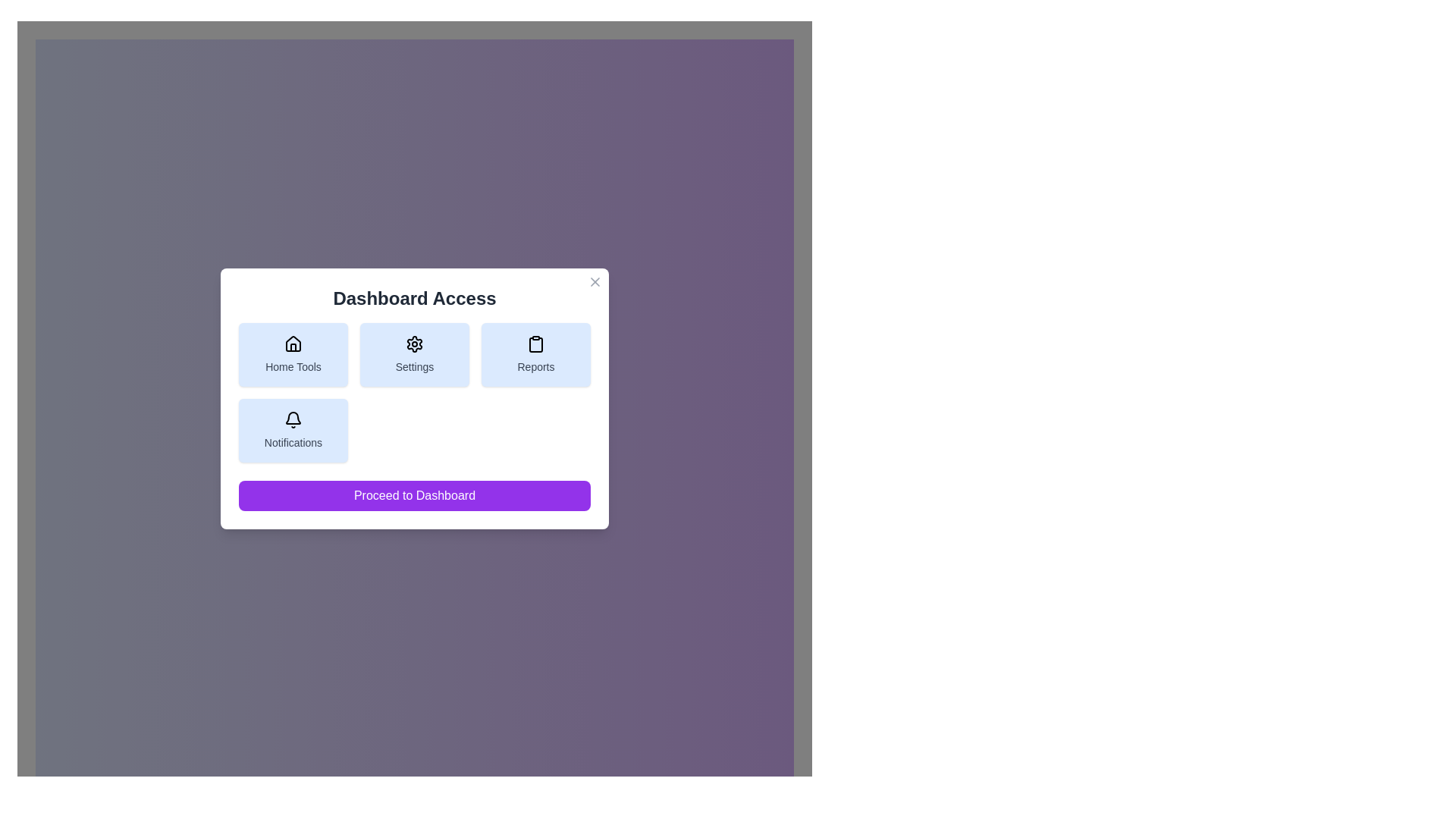 The width and height of the screenshot is (1456, 819). I want to click on the fourth button in the grid layout on the 'Dashboard Access' modal, so click(293, 430).